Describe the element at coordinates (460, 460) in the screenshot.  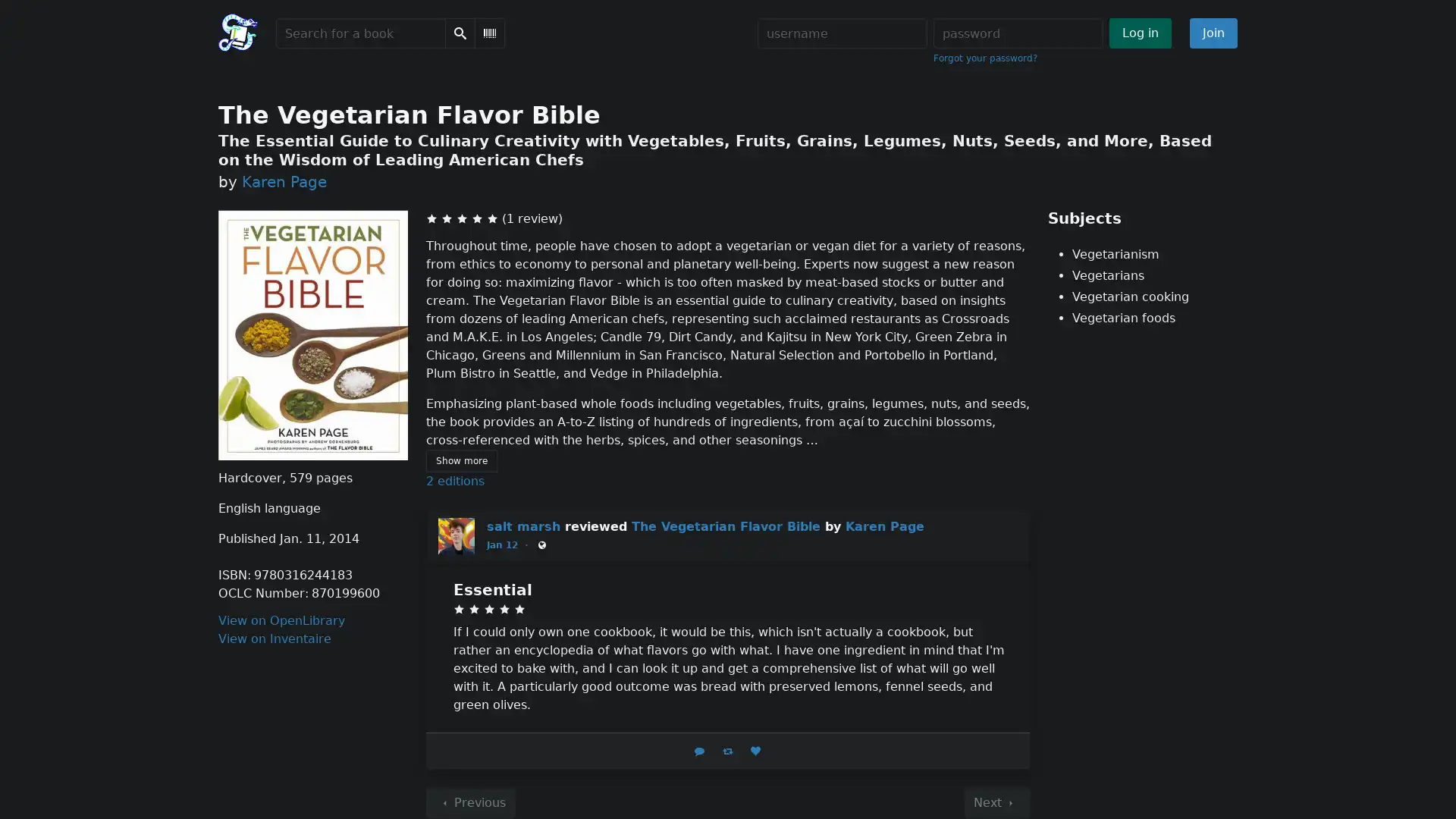
I see `Show more` at that location.